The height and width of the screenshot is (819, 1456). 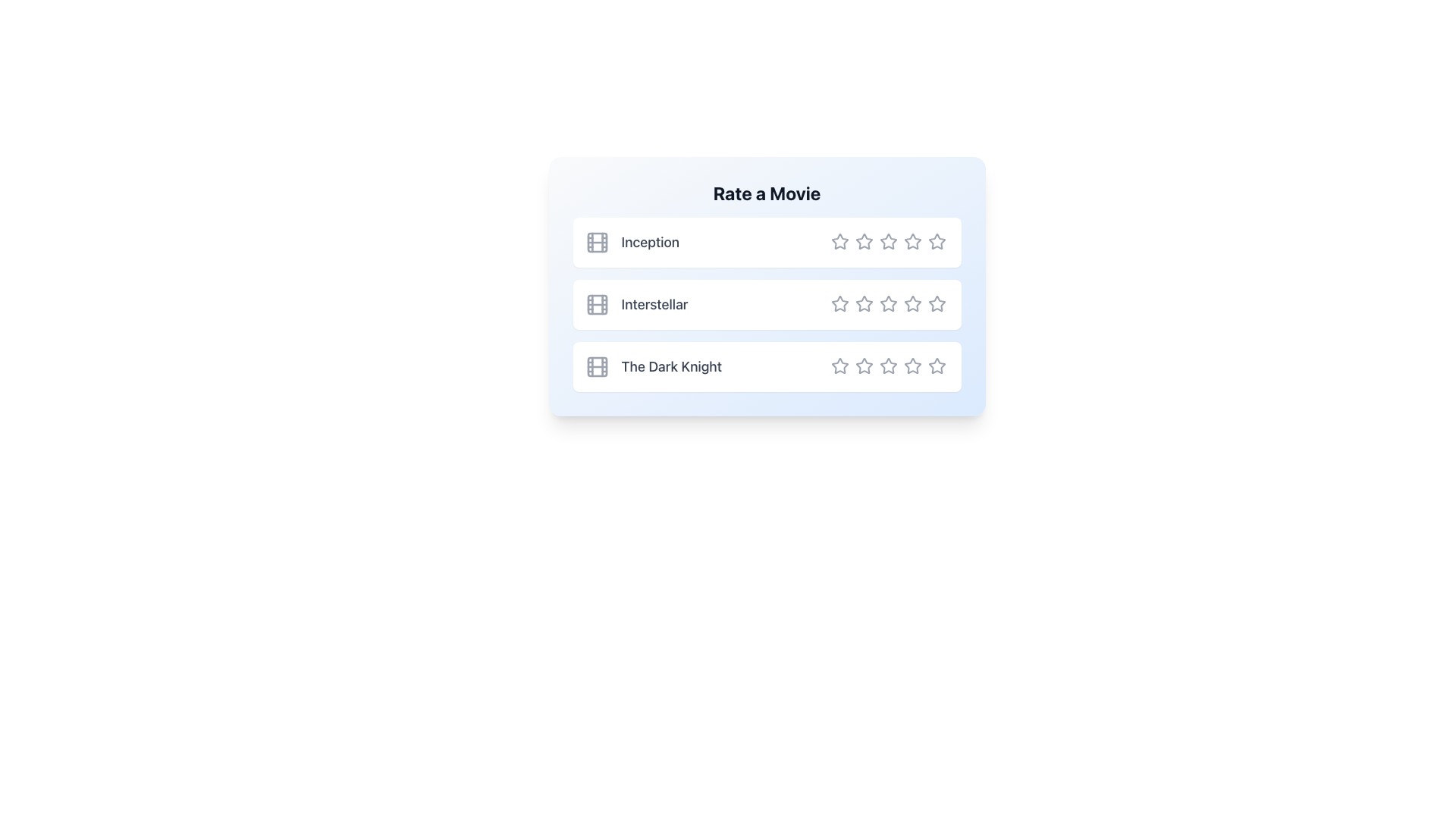 I want to click on the second star icon in the rating system for the movie 'Inception', so click(x=864, y=241).